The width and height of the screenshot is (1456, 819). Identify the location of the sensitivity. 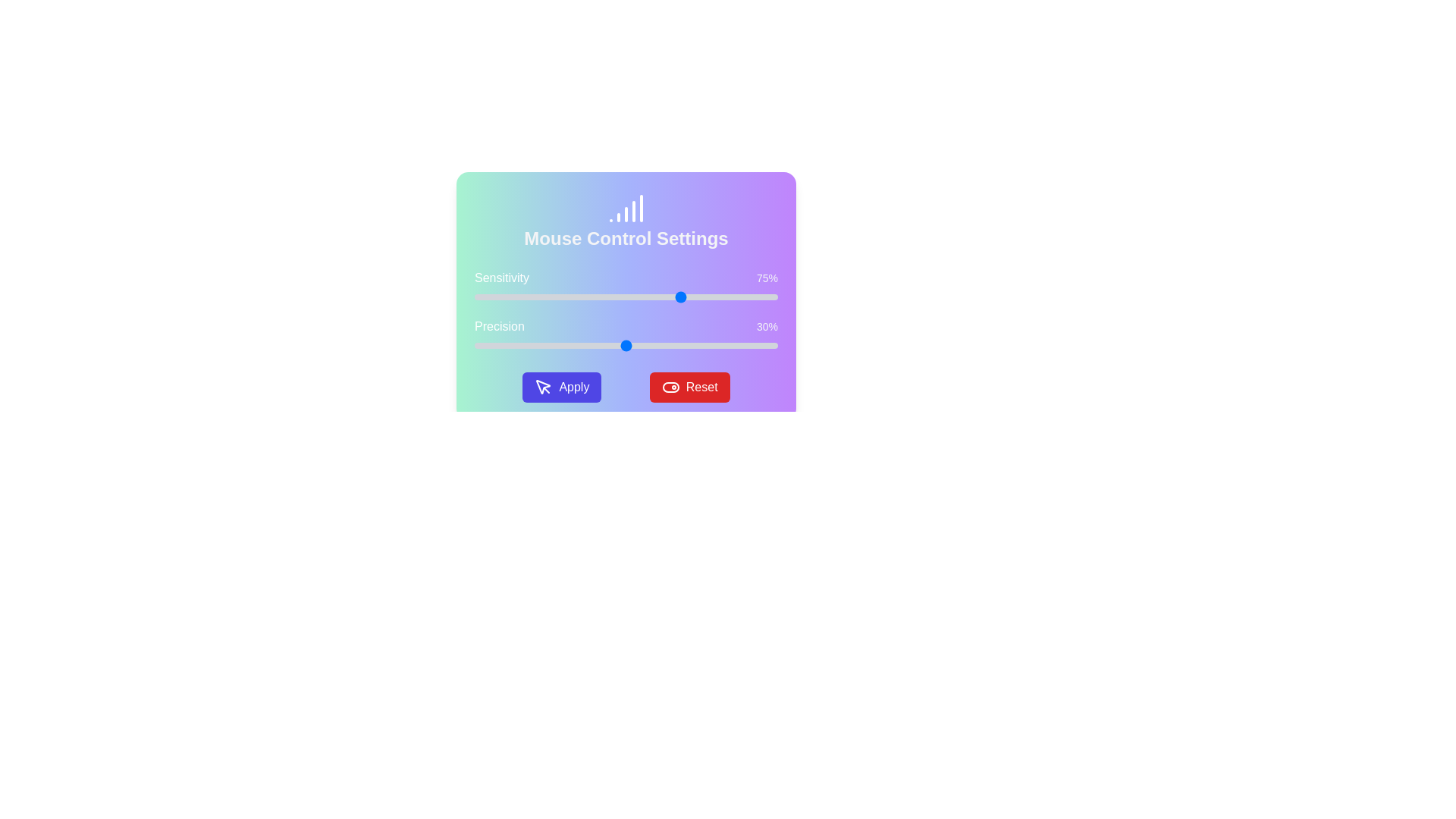
(648, 297).